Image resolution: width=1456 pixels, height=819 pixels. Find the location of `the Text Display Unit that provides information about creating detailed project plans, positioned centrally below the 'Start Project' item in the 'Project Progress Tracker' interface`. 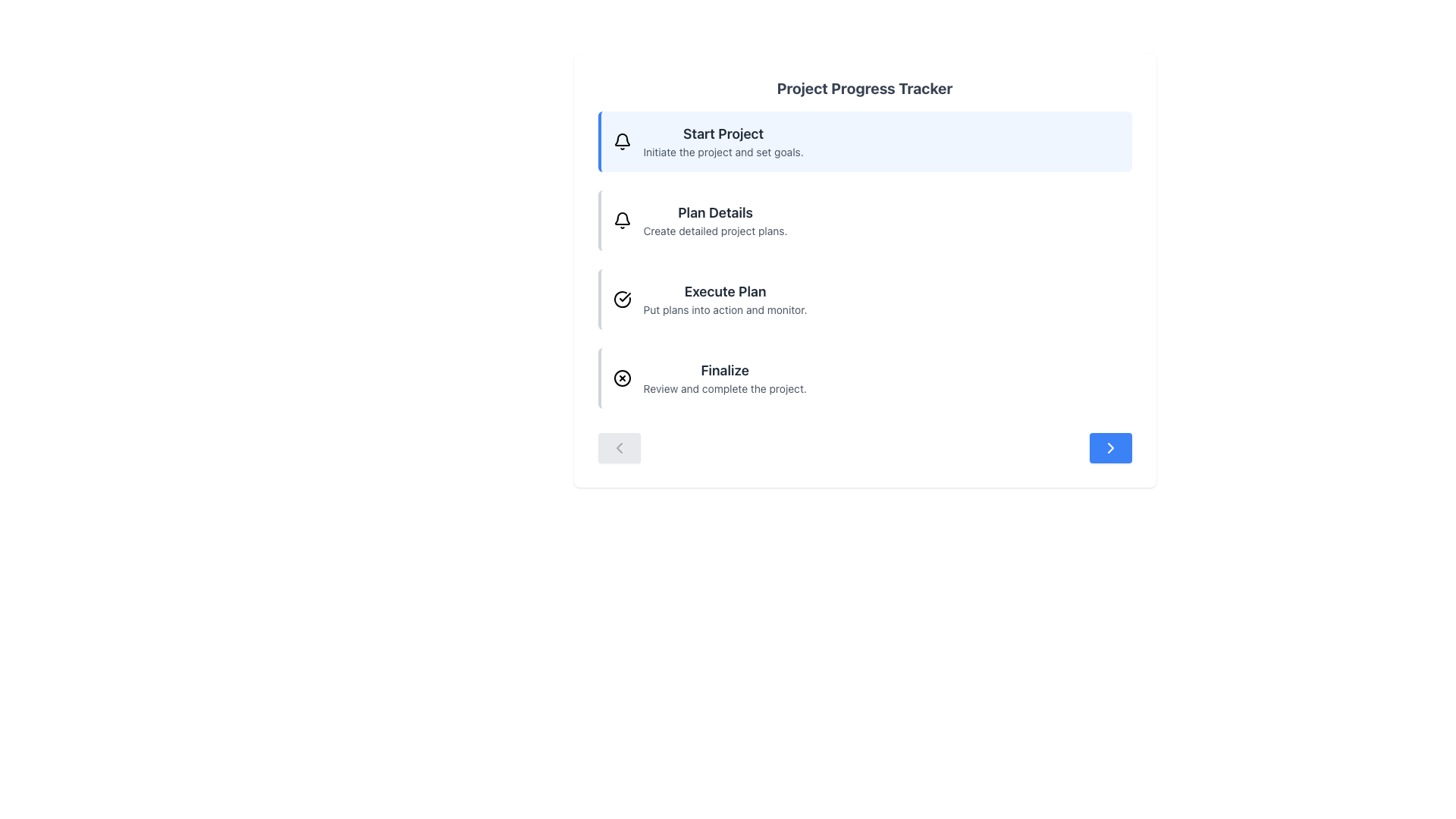

the Text Display Unit that provides information about creating detailed project plans, positioned centrally below the 'Start Project' item in the 'Project Progress Tracker' interface is located at coordinates (714, 220).